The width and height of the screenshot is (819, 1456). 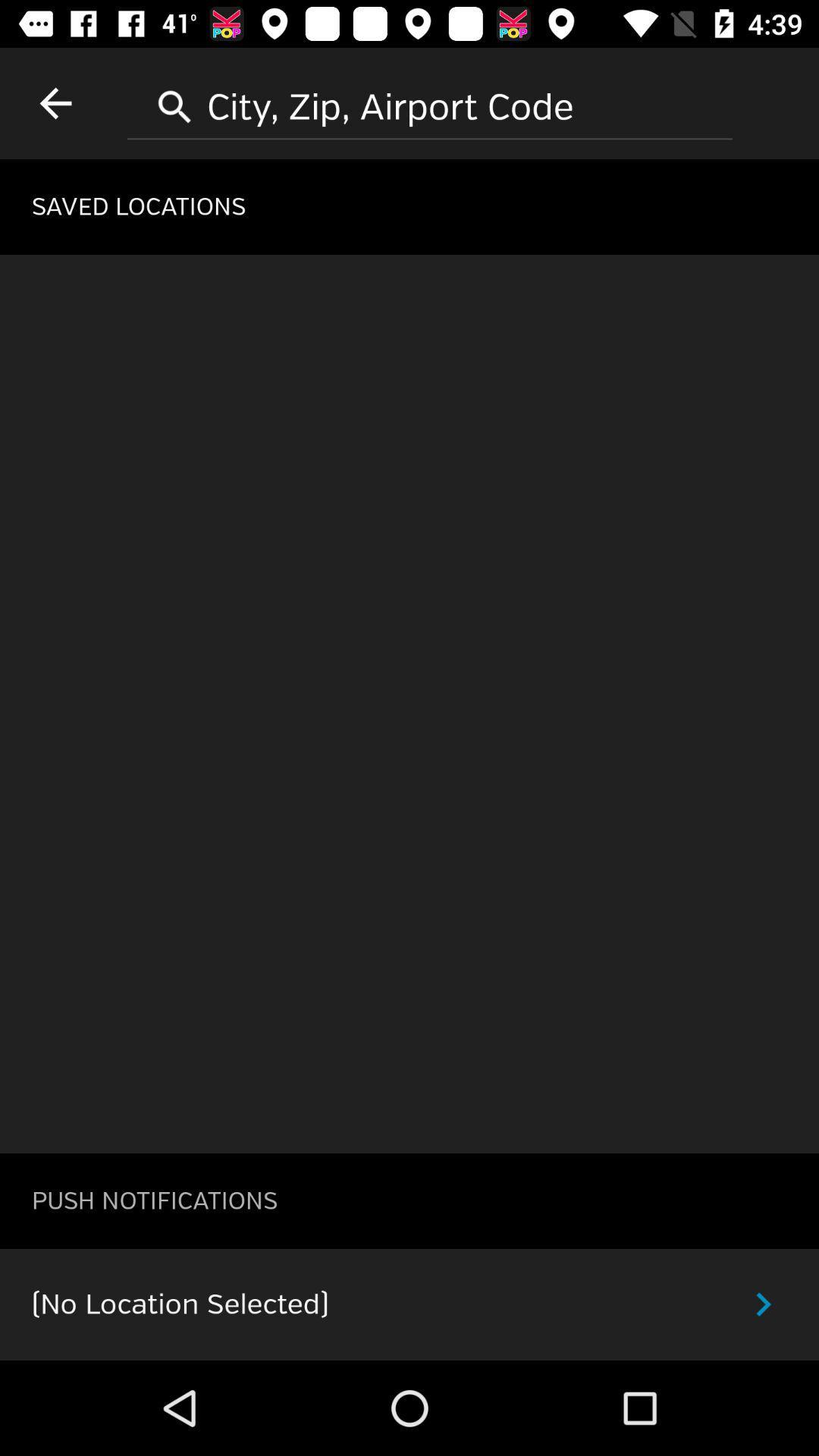 I want to click on the item below the saved locations icon, so click(x=409, y=703).